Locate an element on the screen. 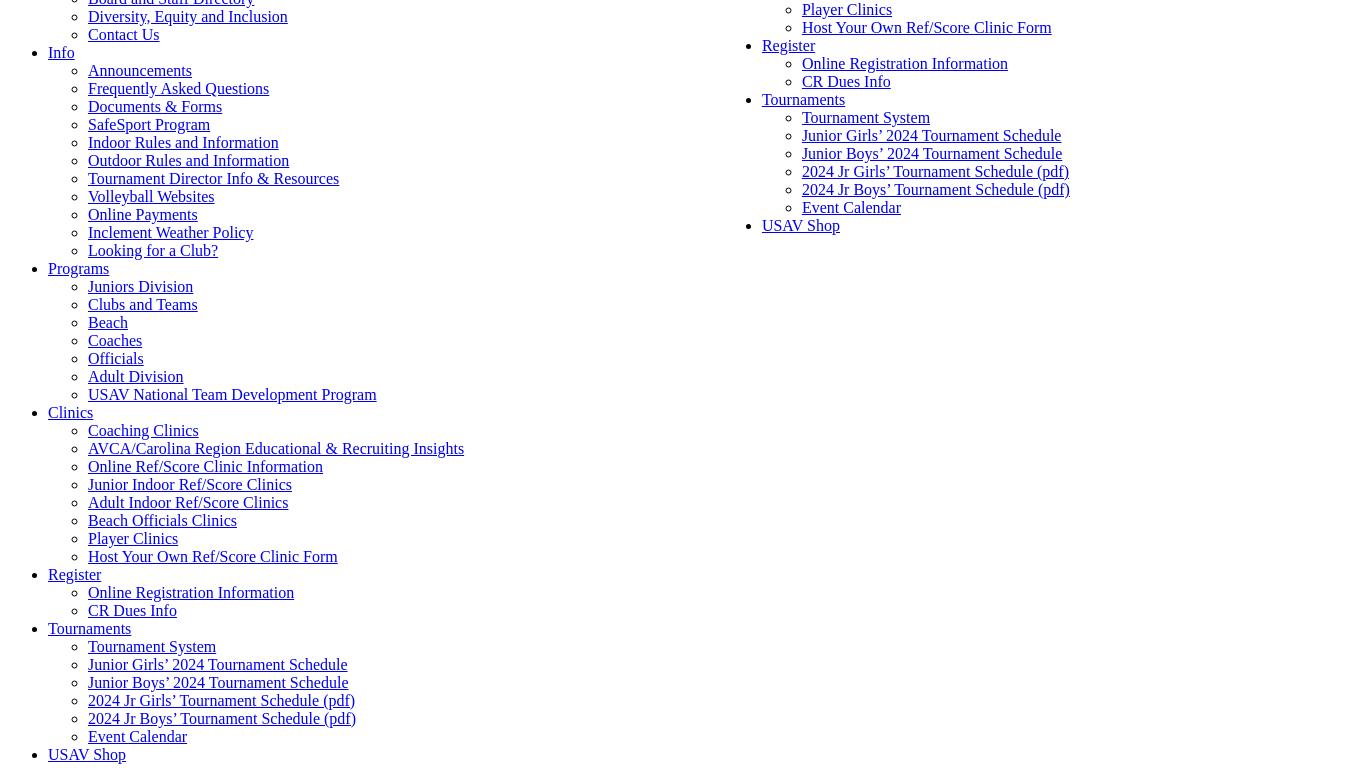 Image resolution: width=1366 pixels, height=779 pixels. 'Announcements' is located at coordinates (138, 69).